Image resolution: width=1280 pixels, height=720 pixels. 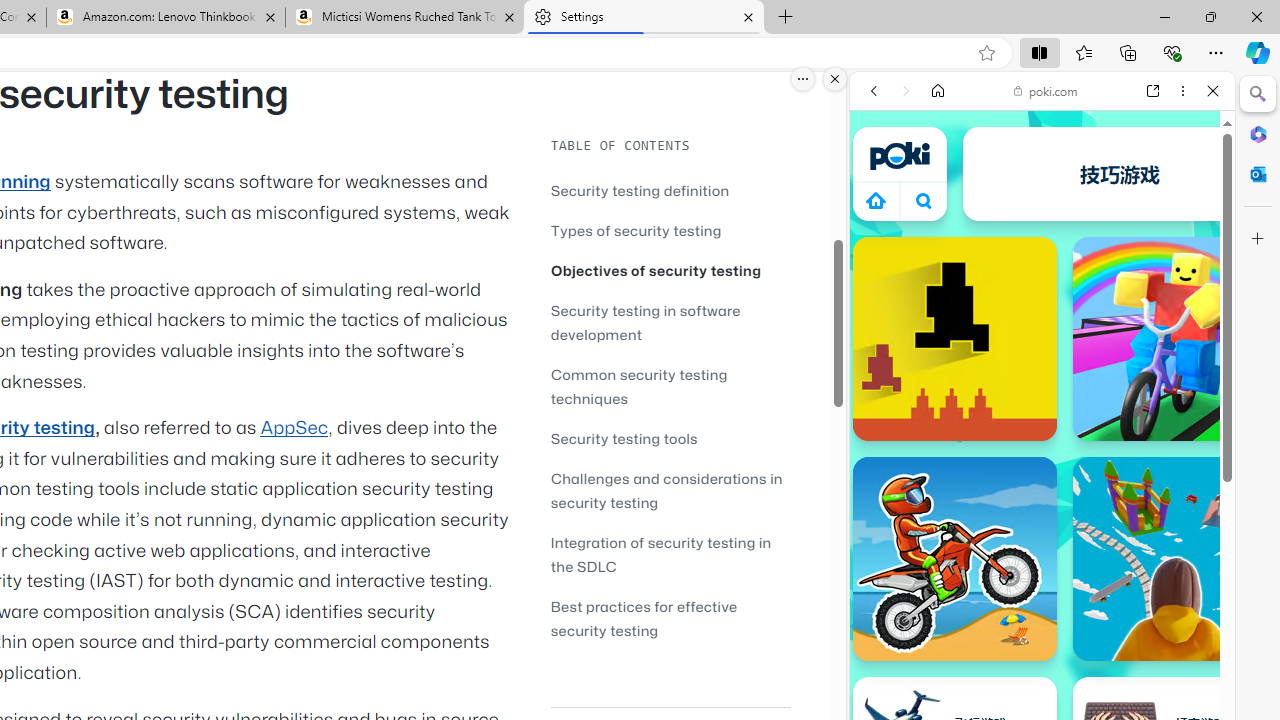 I want to click on 'Security testing tools', so click(x=670, y=437).